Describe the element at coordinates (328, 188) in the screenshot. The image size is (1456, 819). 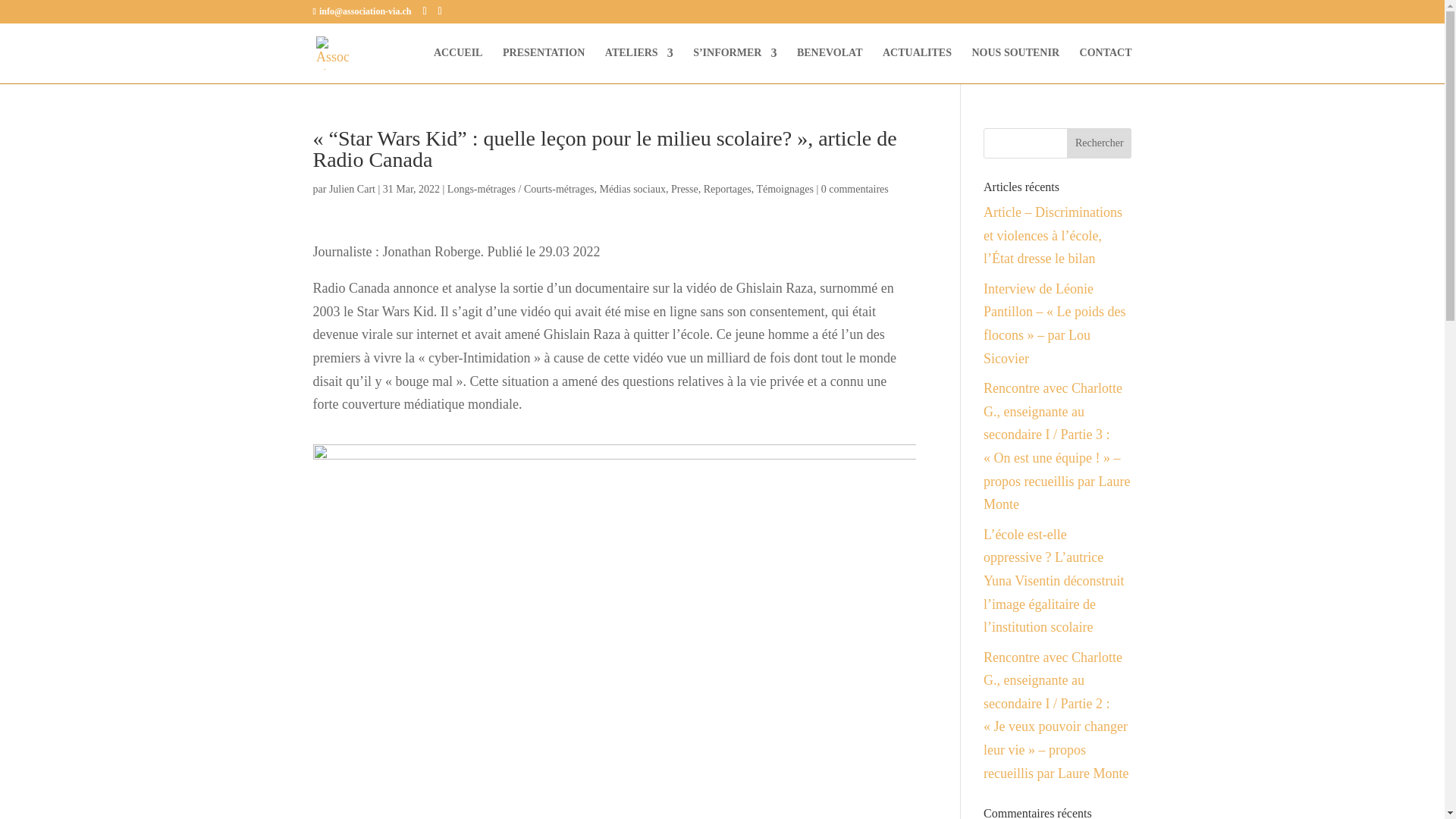
I see `'Julien Cart'` at that location.